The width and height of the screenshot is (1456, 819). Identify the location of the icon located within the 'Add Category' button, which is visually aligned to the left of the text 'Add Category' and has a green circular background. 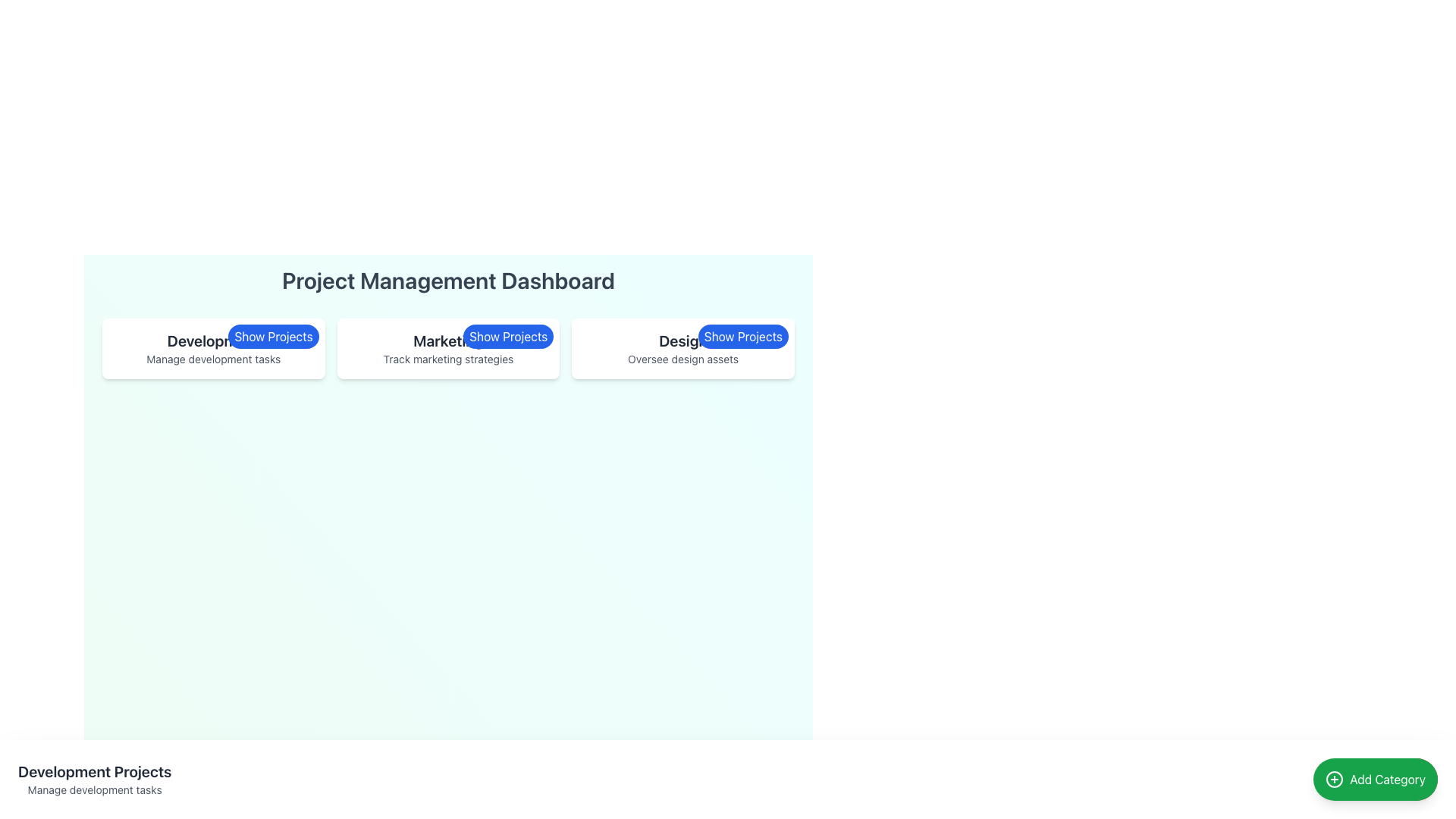
(1335, 780).